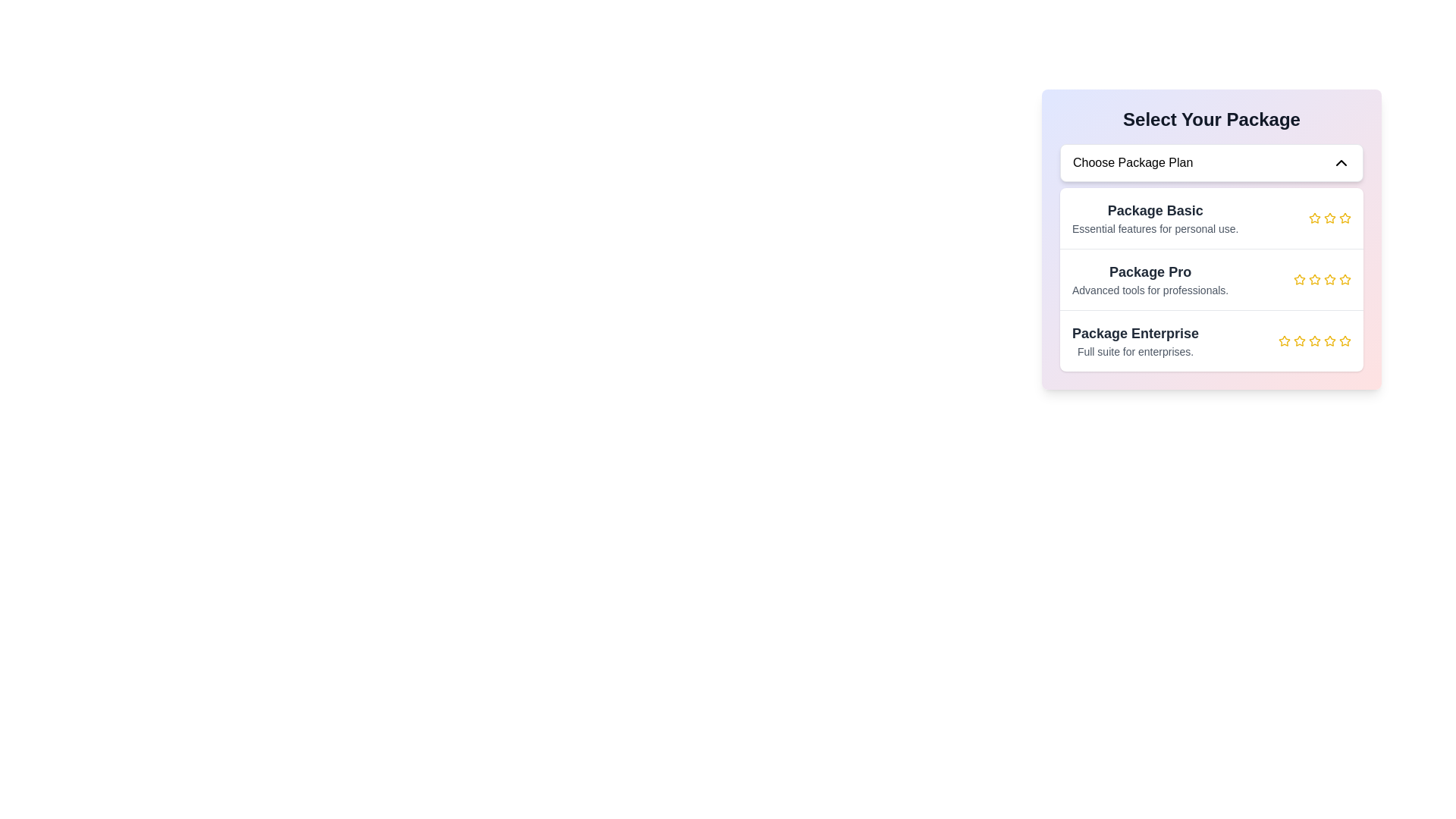 Image resolution: width=1456 pixels, height=819 pixels. What do you see at coordinates (1211, 339) in the screenshot?
I see `the 'Package Enterprise' selectable list item` at bounding box center [1211, 339].